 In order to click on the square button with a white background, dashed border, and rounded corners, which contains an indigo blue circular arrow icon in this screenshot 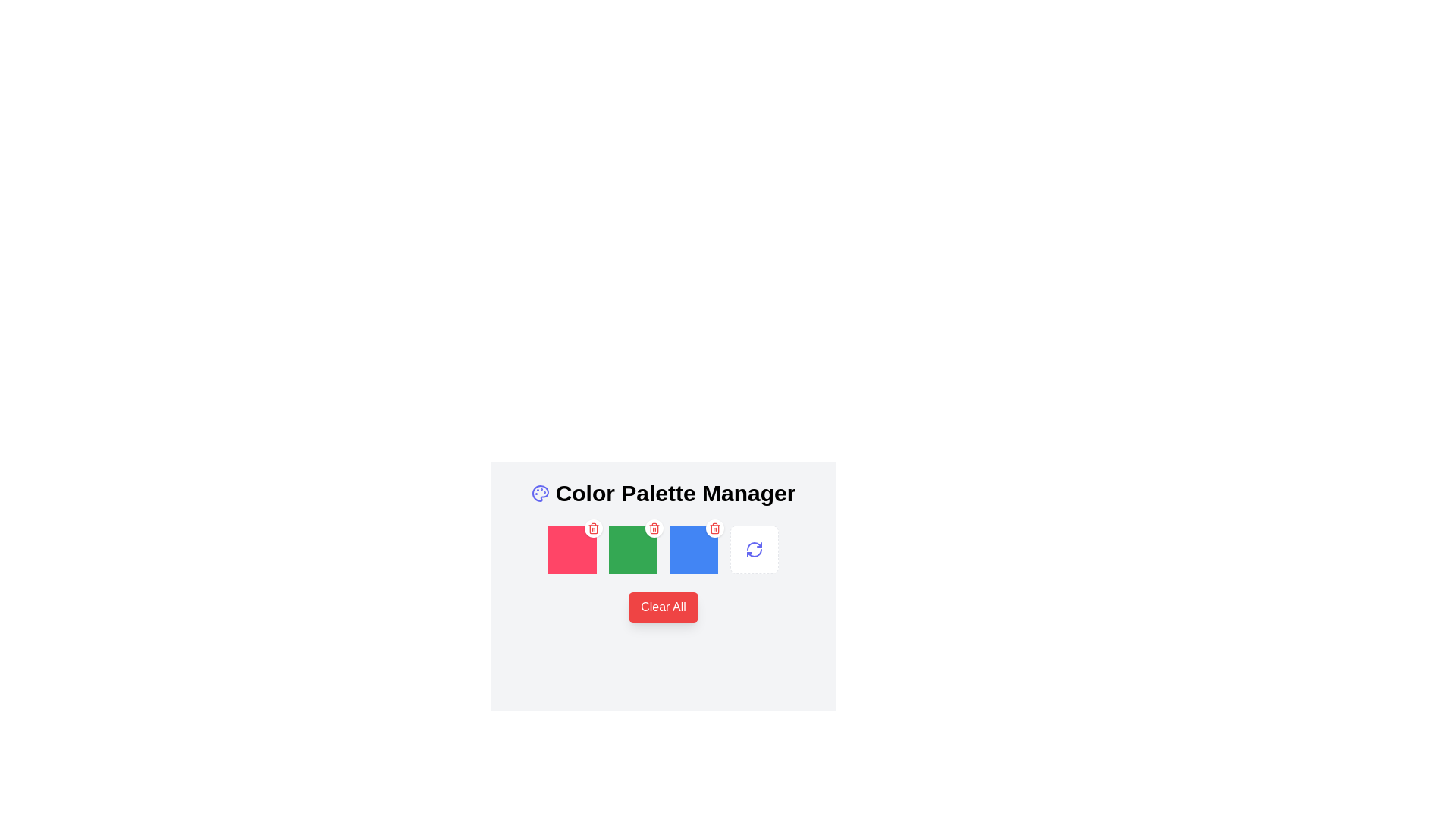, I will do `click(754, 550)`.